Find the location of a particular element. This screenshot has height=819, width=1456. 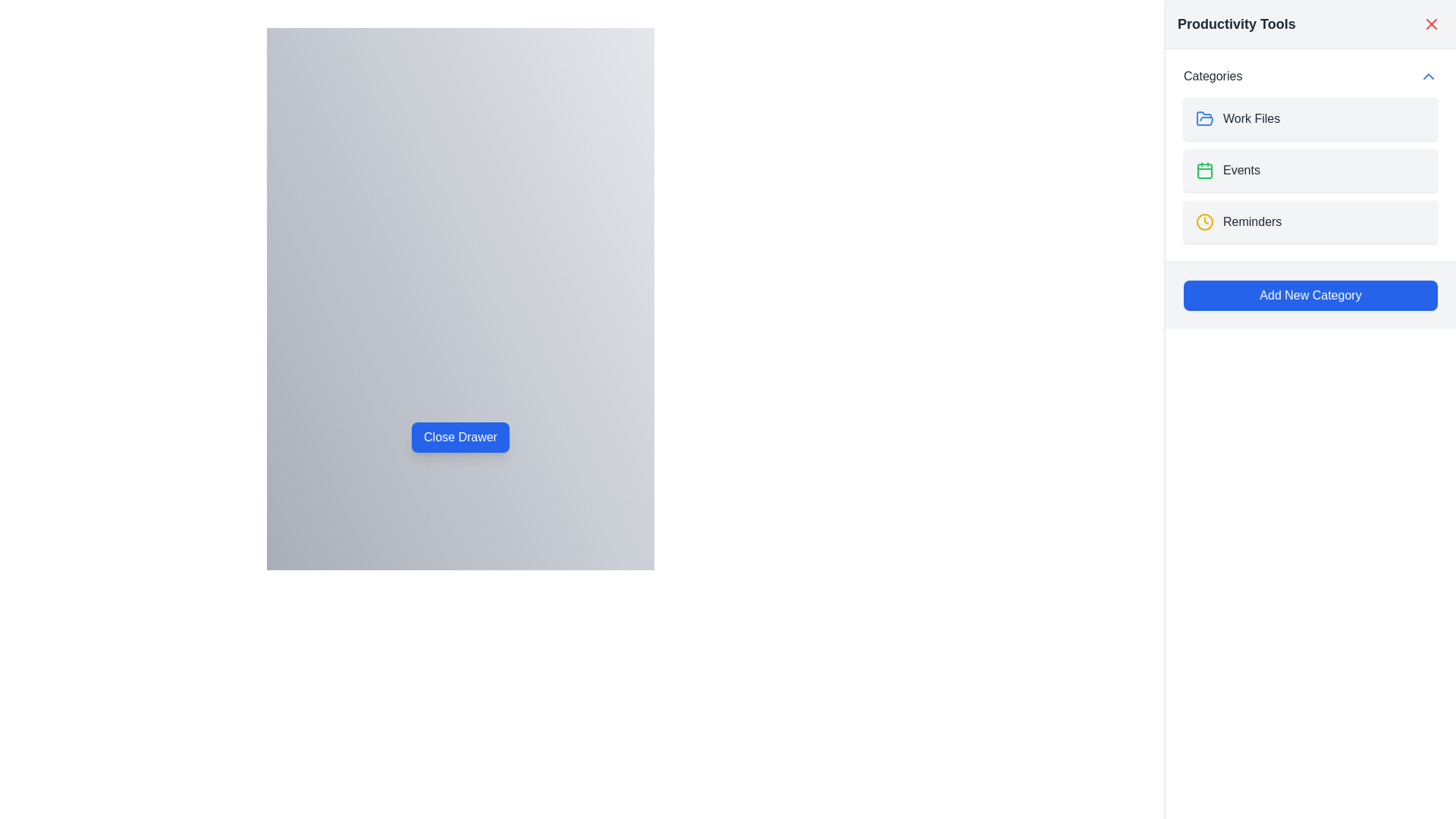

the Dropdown toggle button represented by a blue downward-facing chevron icon located in the top-right corner of the 'Categories' section is located at coordinates (1427, 76).